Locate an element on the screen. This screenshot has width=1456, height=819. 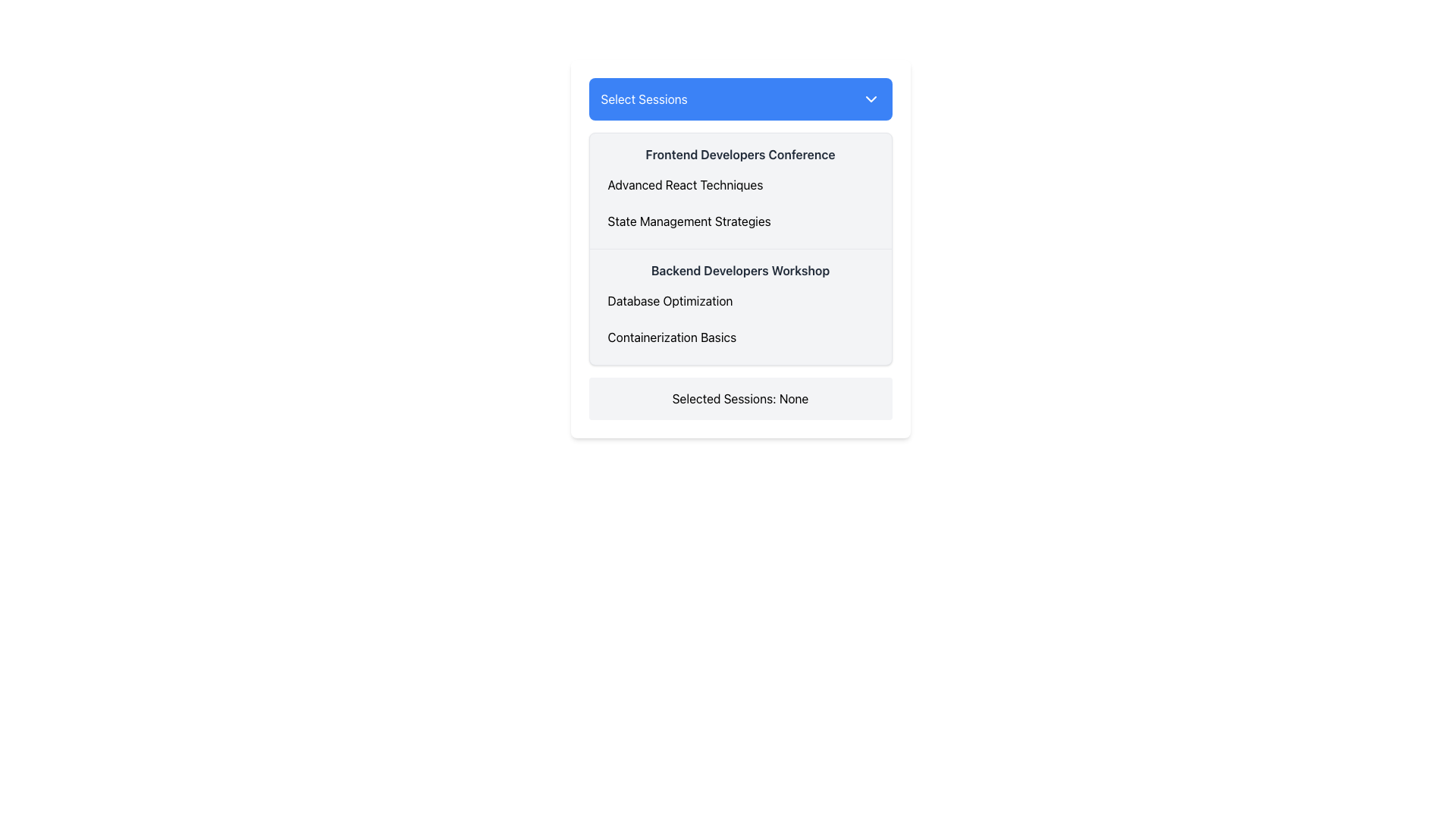
the 'Advanced React Techniques' session text label in the second position of the session selection panel under 'Select Sessions' for the Frontend Developers Conference is located at coordinates (684, 184).